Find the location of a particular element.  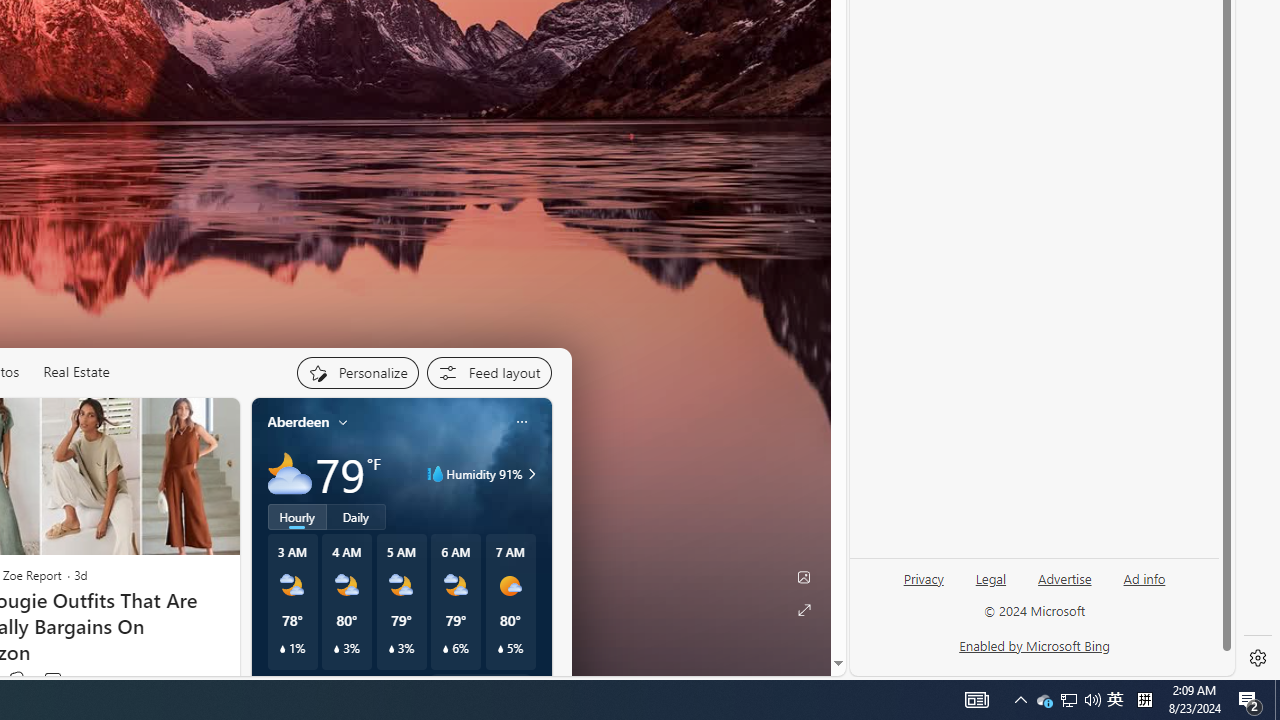

'Class: icon-img' is located at coordinates (521, 420).